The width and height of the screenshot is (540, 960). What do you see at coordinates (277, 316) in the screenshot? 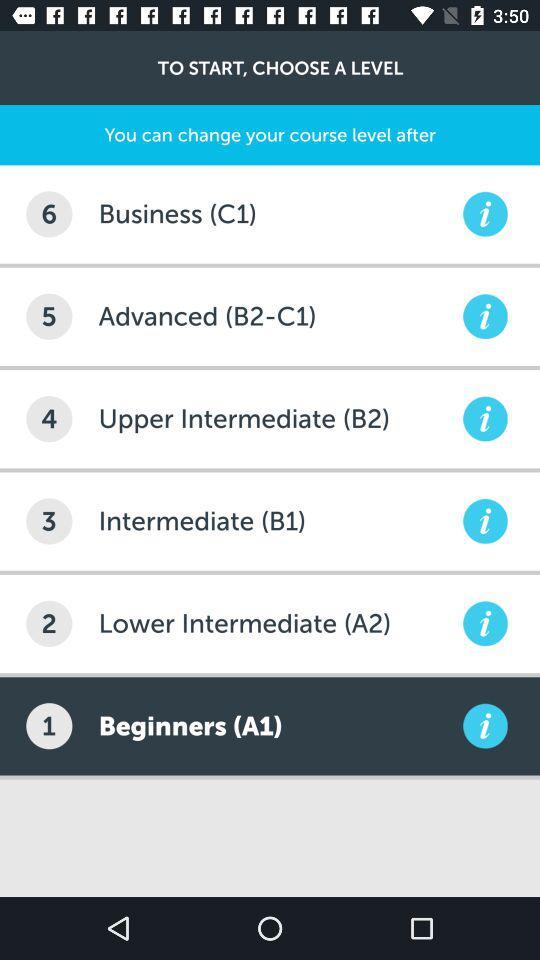
I see `advanced (b2-c1) item` at bounding box center [277, 316].